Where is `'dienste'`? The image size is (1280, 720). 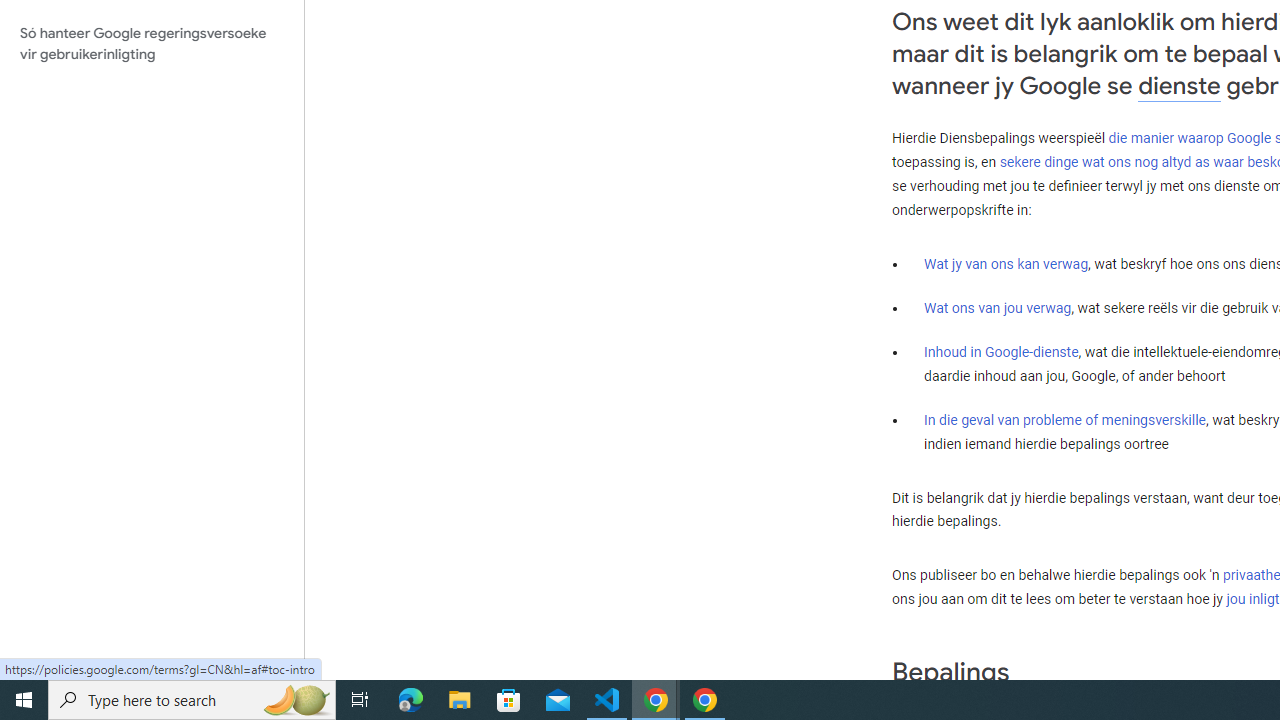
'dienste' is located at coordinates (1179, 85).